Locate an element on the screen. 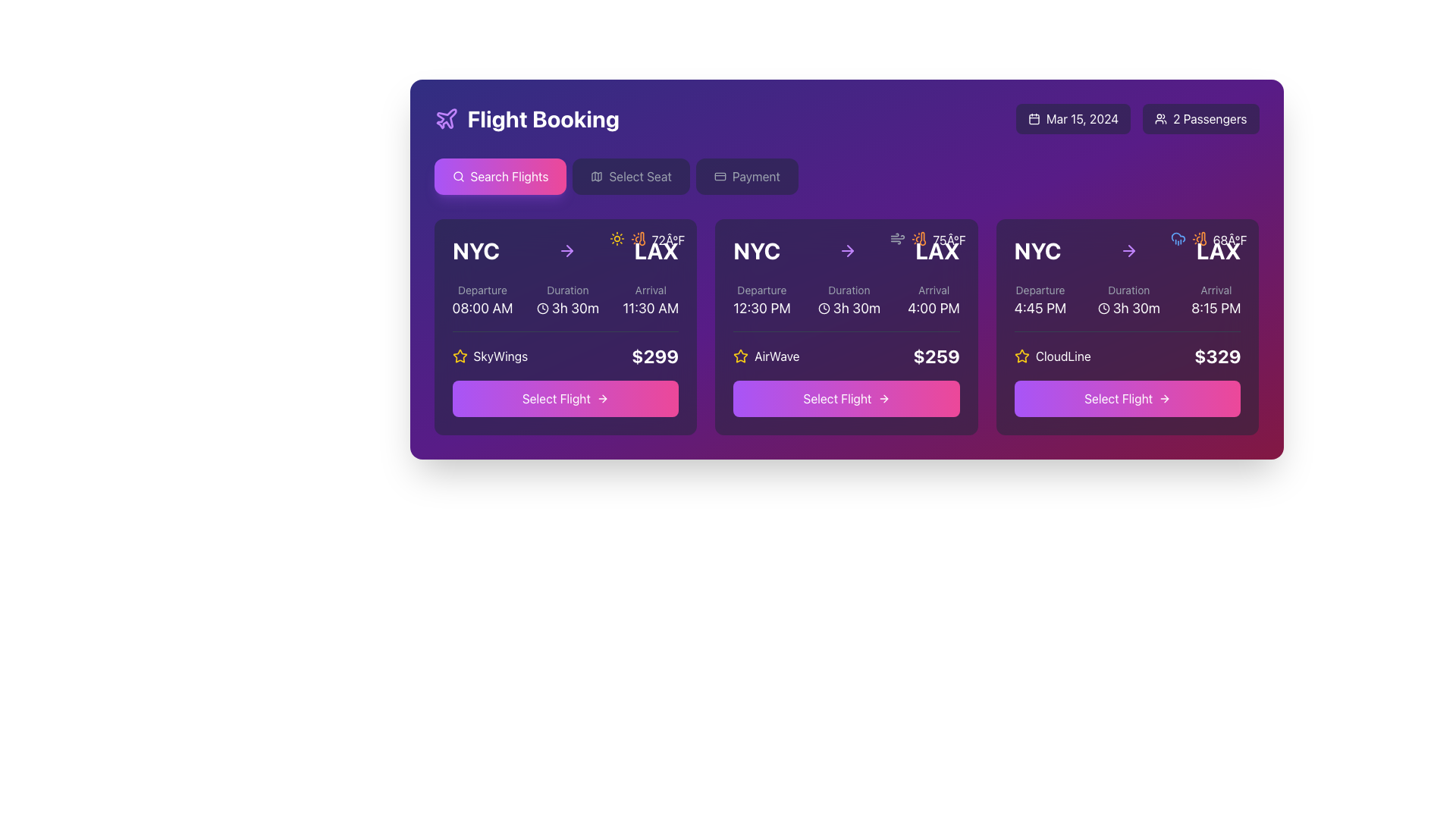 This screenshot has width=1456, height=819. the bold, large white text label displaying 'NYC' located in the top-left area of the middle flight option card is located at coordinates (757, 250).